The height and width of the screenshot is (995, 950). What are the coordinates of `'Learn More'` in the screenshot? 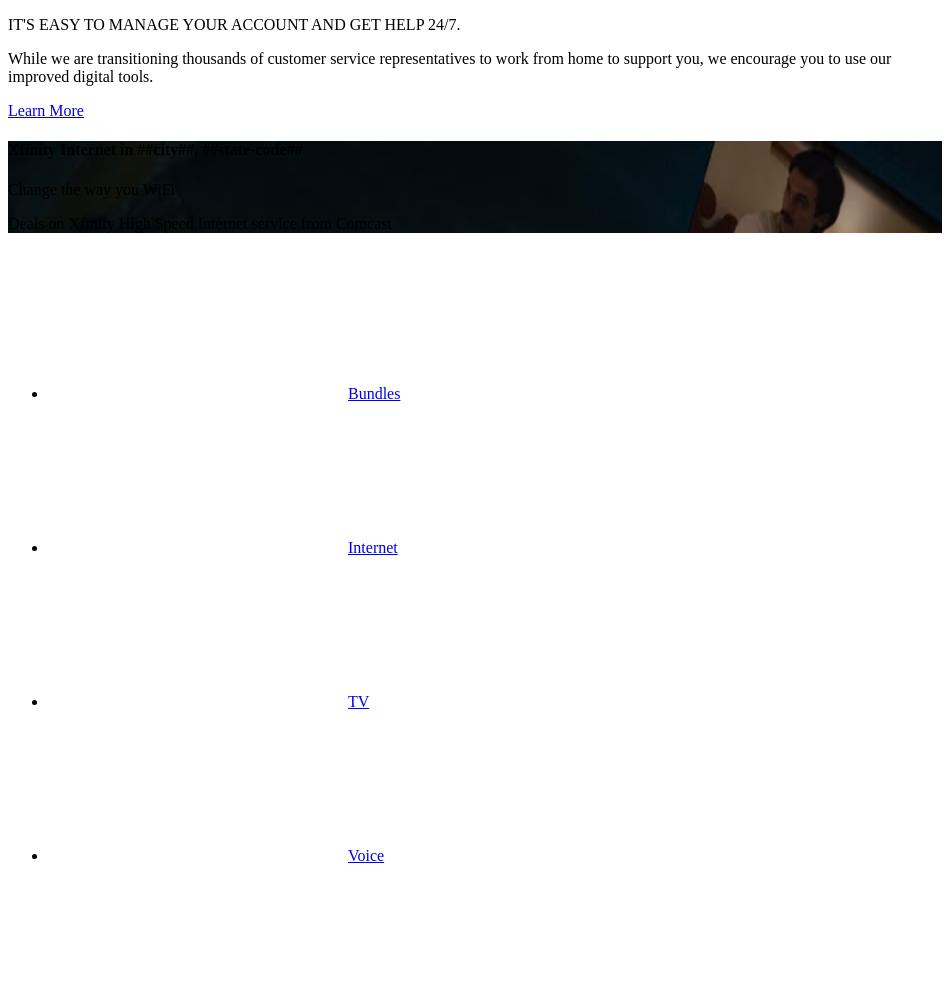 It's located at (45, 110).